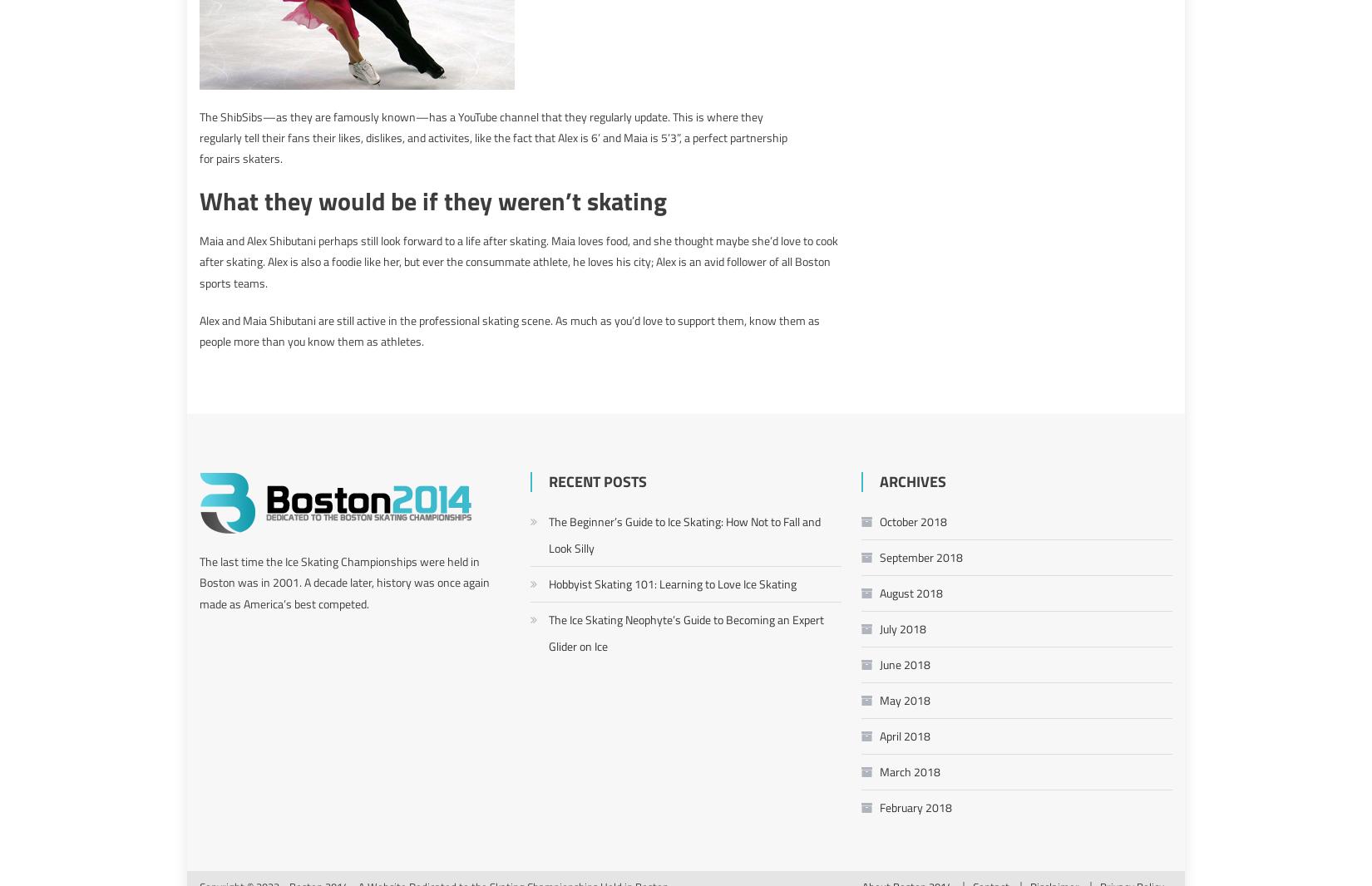 Image resolution: width=1372 pixels, height=886 pixels. I want to click on 'The Beginner’s Guide to Ice Skating: How Not to Fall and Look Silly', so click(684, 533).